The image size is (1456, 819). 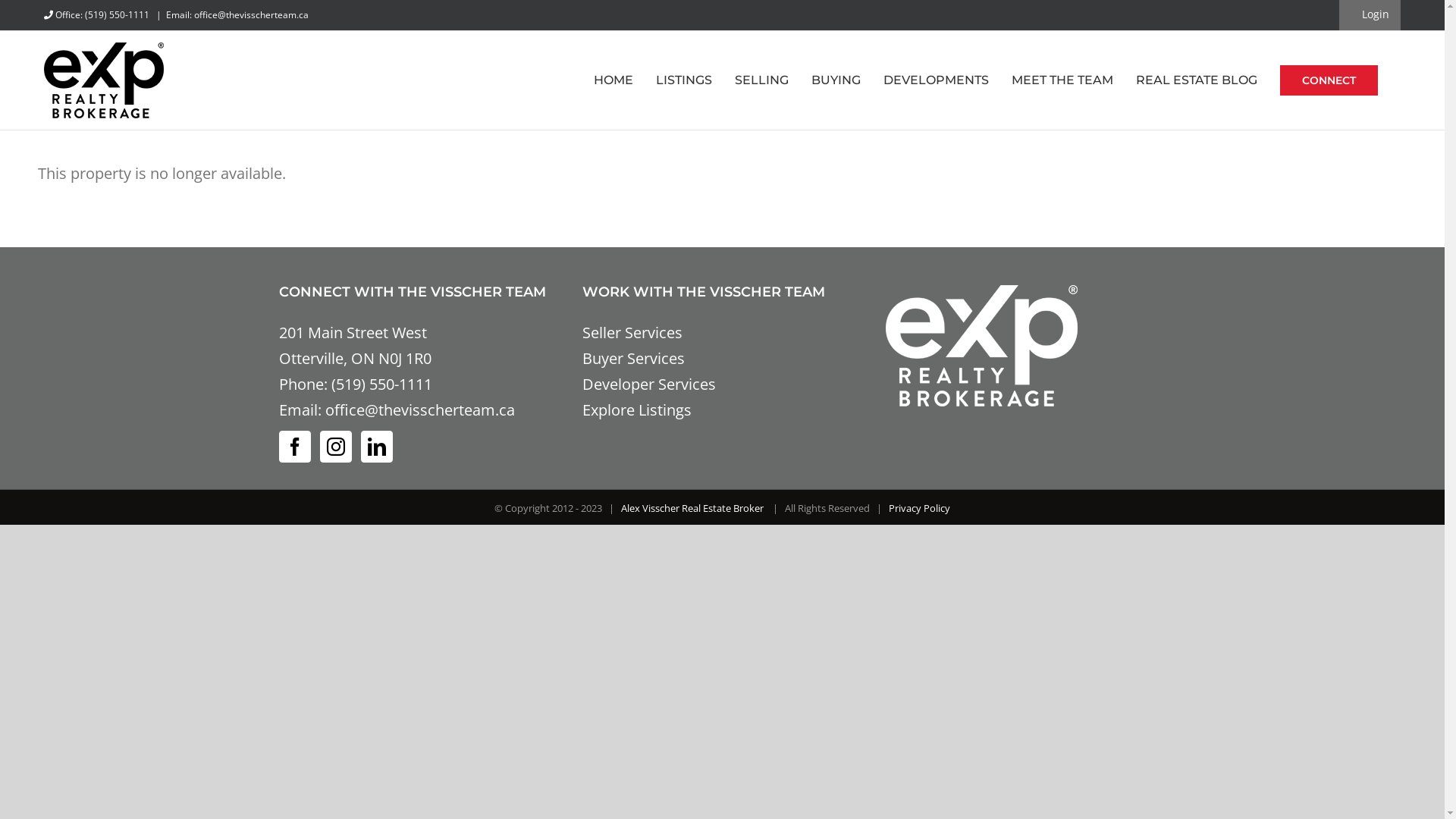 I want to click on 'REAL ESTATE BLOG', so click(x=1196, y=80).